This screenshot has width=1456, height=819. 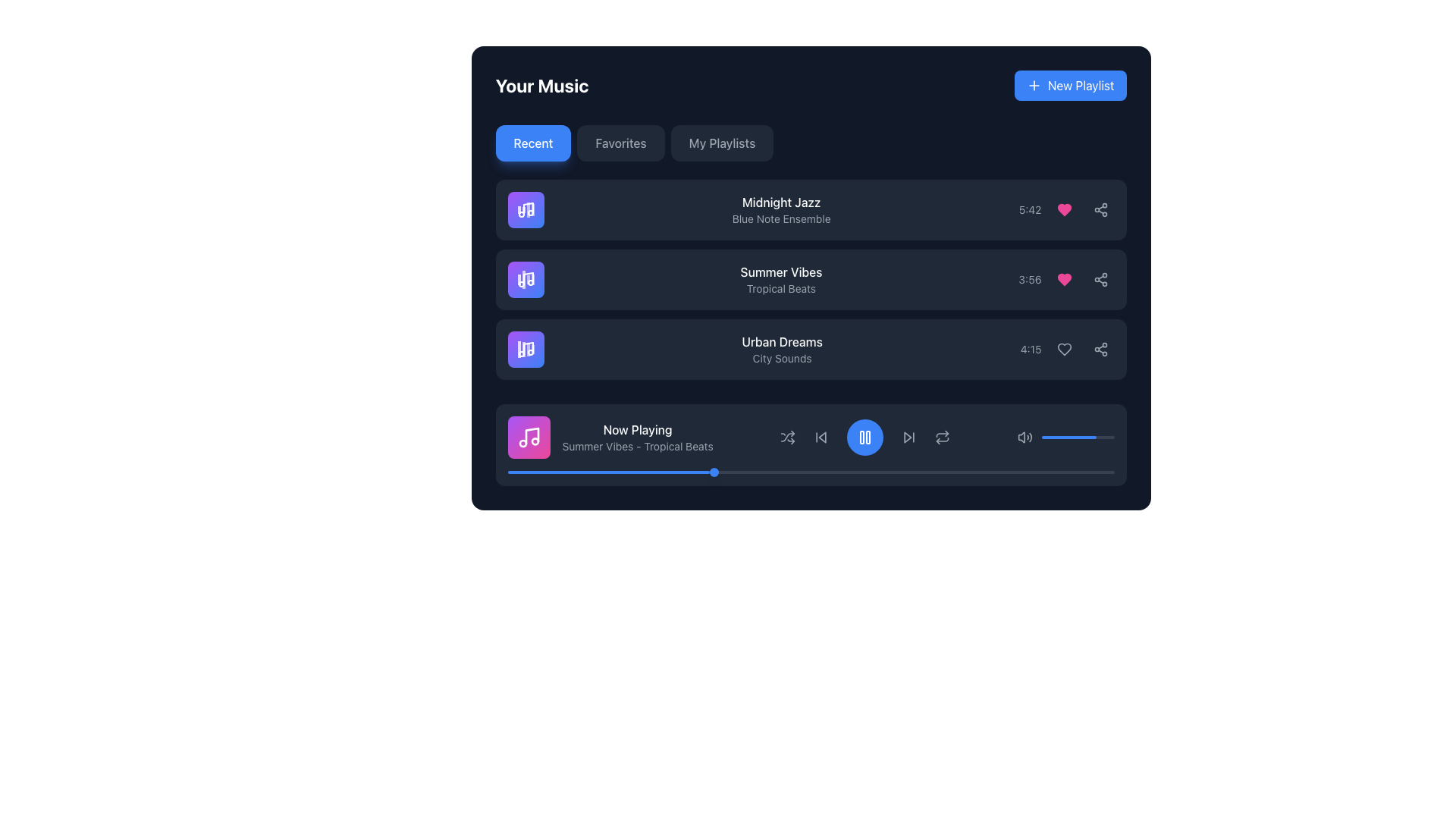 I want to click on the share icon button located at the rightmost side of the list item row for the track 'Urban Dreams', so click(x=1100, y=350).